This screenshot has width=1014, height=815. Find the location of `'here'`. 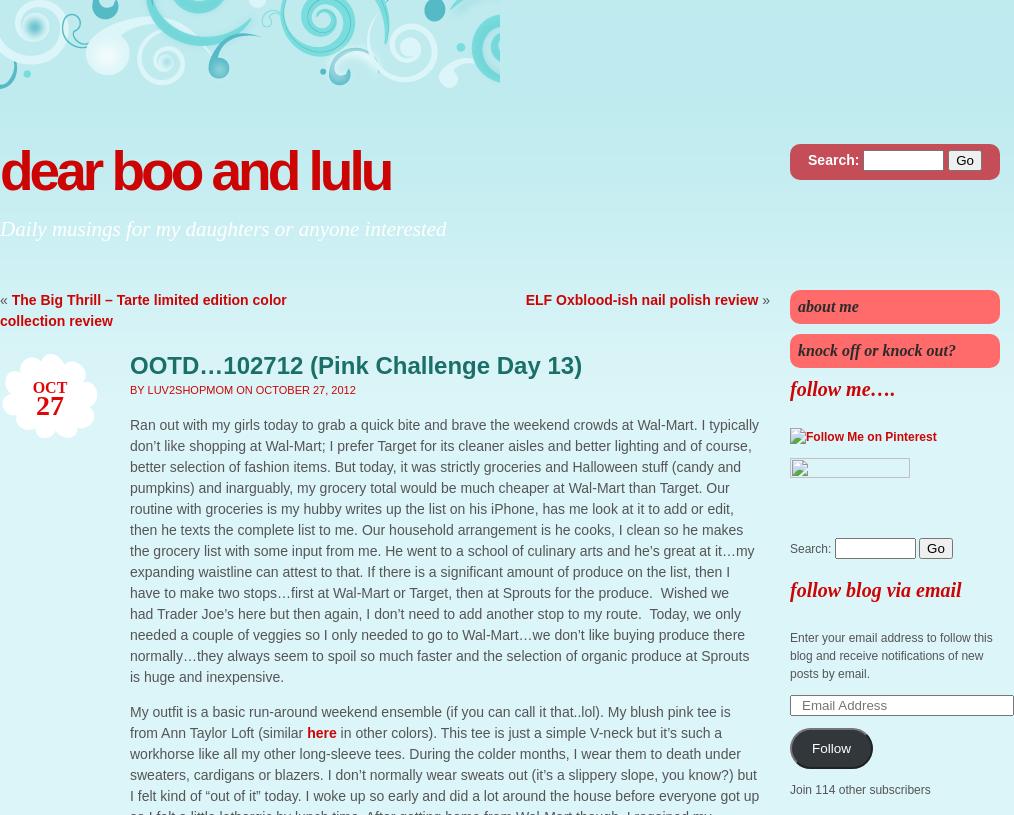

'here' is located at coordinates (321, 733).